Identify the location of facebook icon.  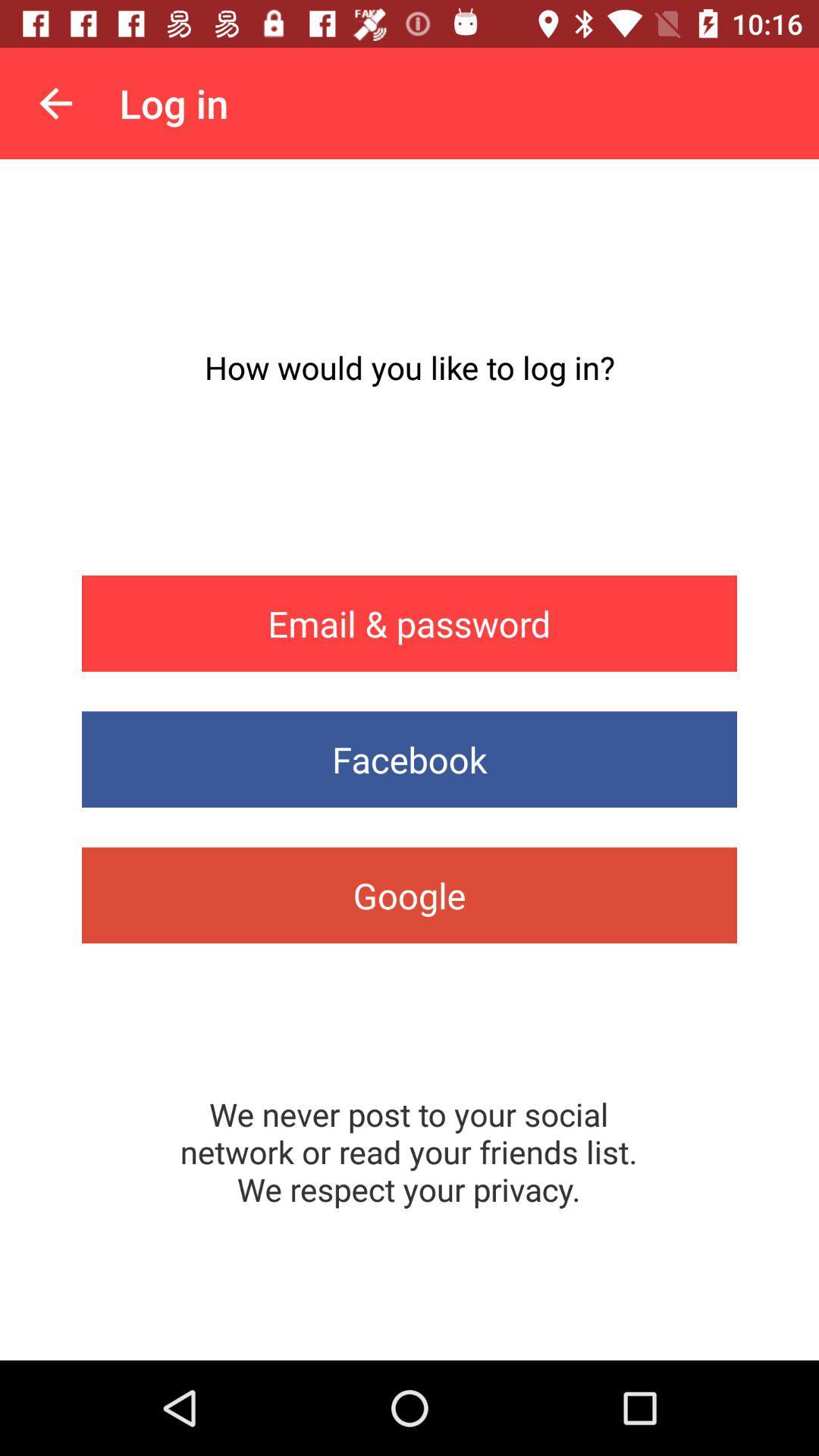
(409, 759).